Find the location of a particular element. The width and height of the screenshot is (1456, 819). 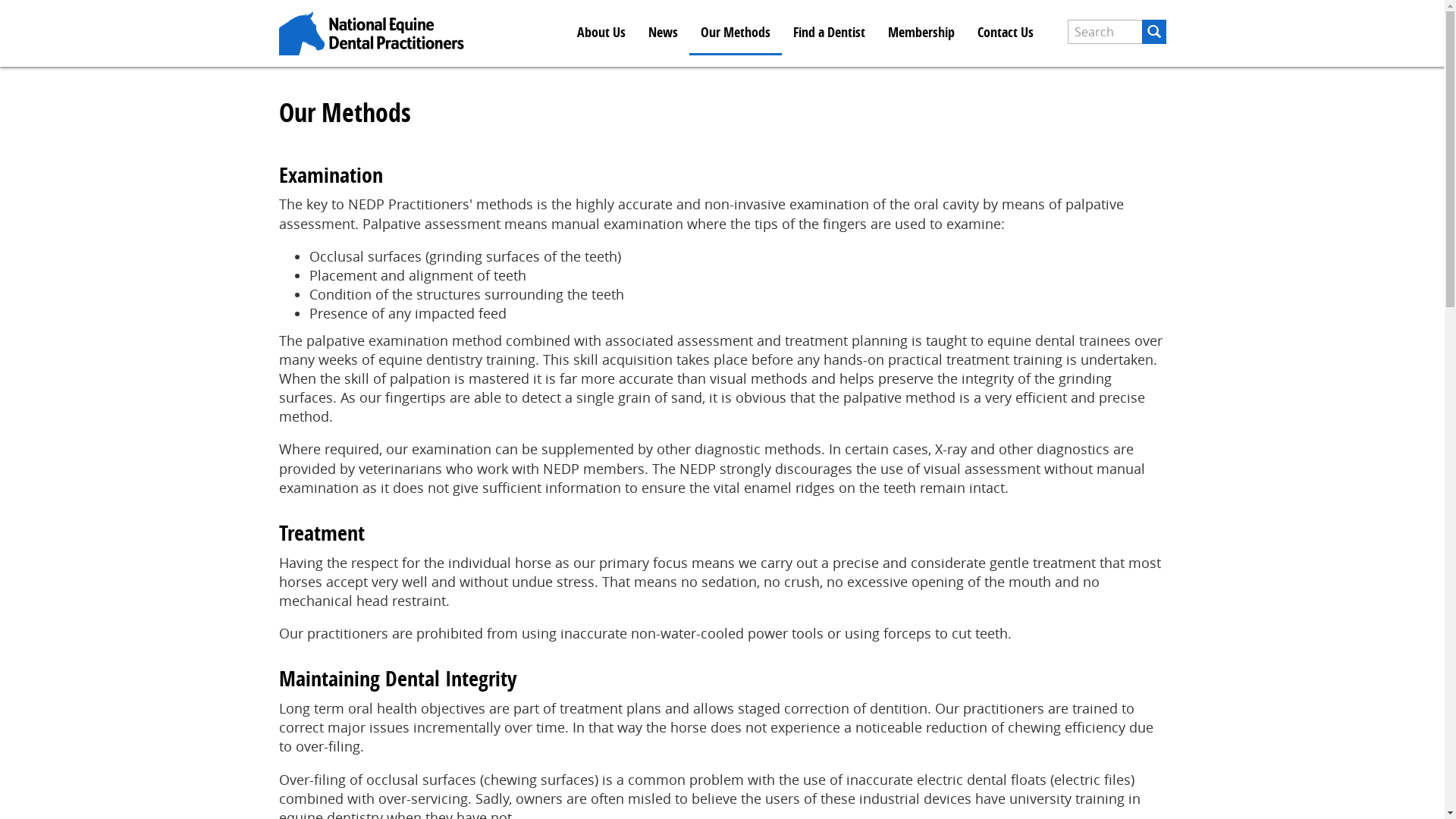

'Membership' is located at coordinates (920, 33).